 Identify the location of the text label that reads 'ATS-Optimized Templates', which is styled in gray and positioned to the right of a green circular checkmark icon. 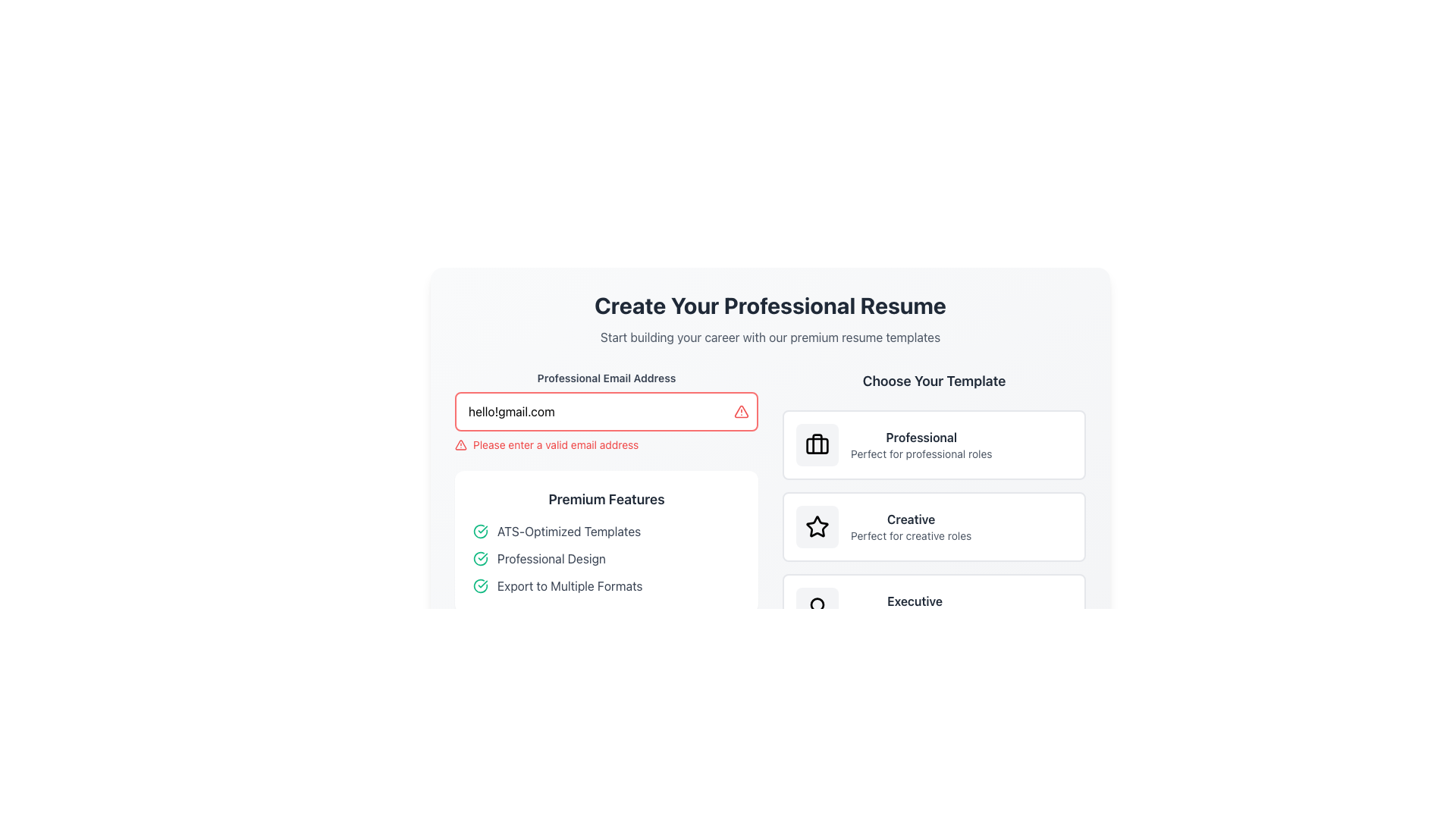
(568, 531).